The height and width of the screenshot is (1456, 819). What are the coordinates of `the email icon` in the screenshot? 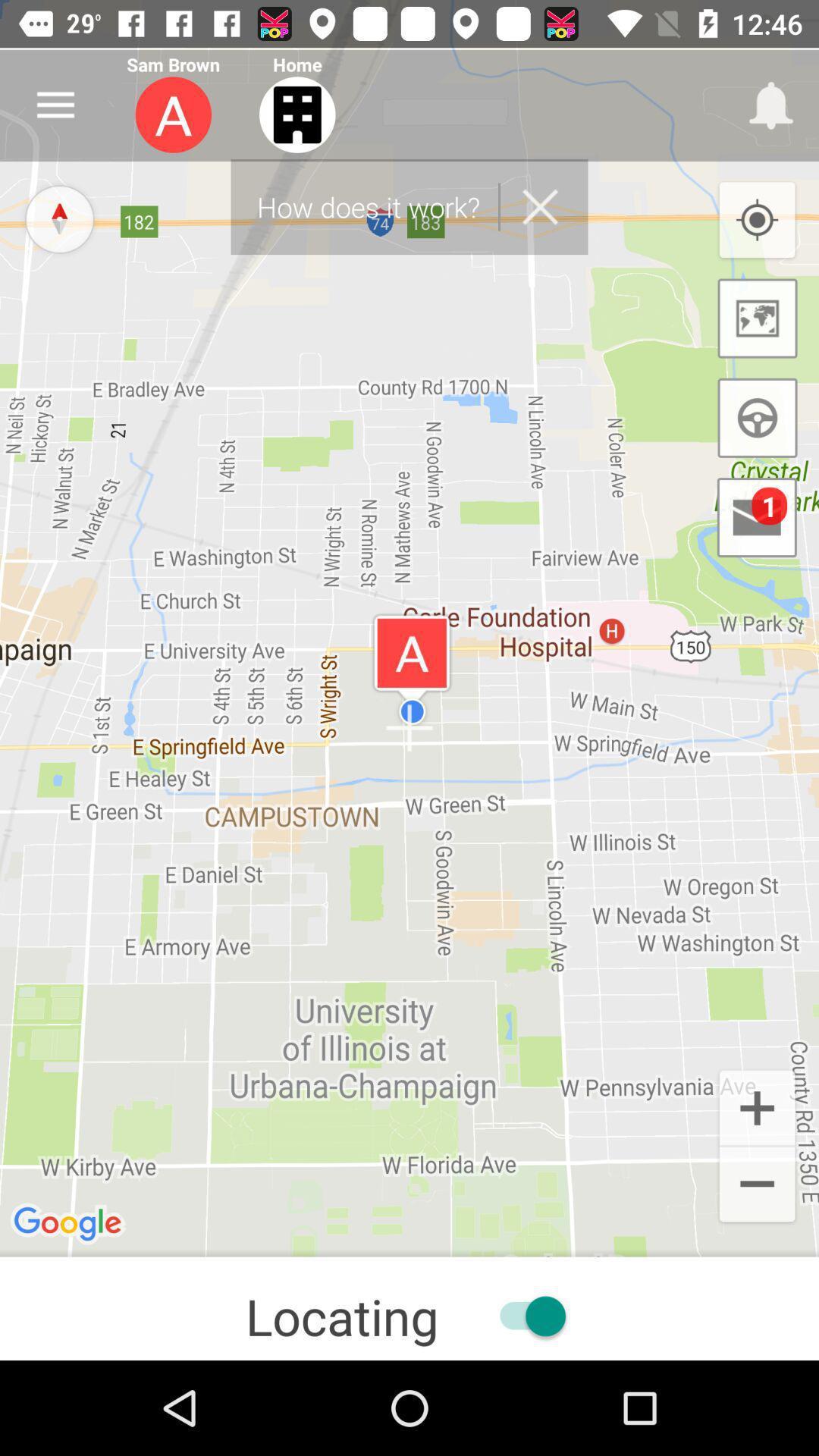 It's located at (757, 517).